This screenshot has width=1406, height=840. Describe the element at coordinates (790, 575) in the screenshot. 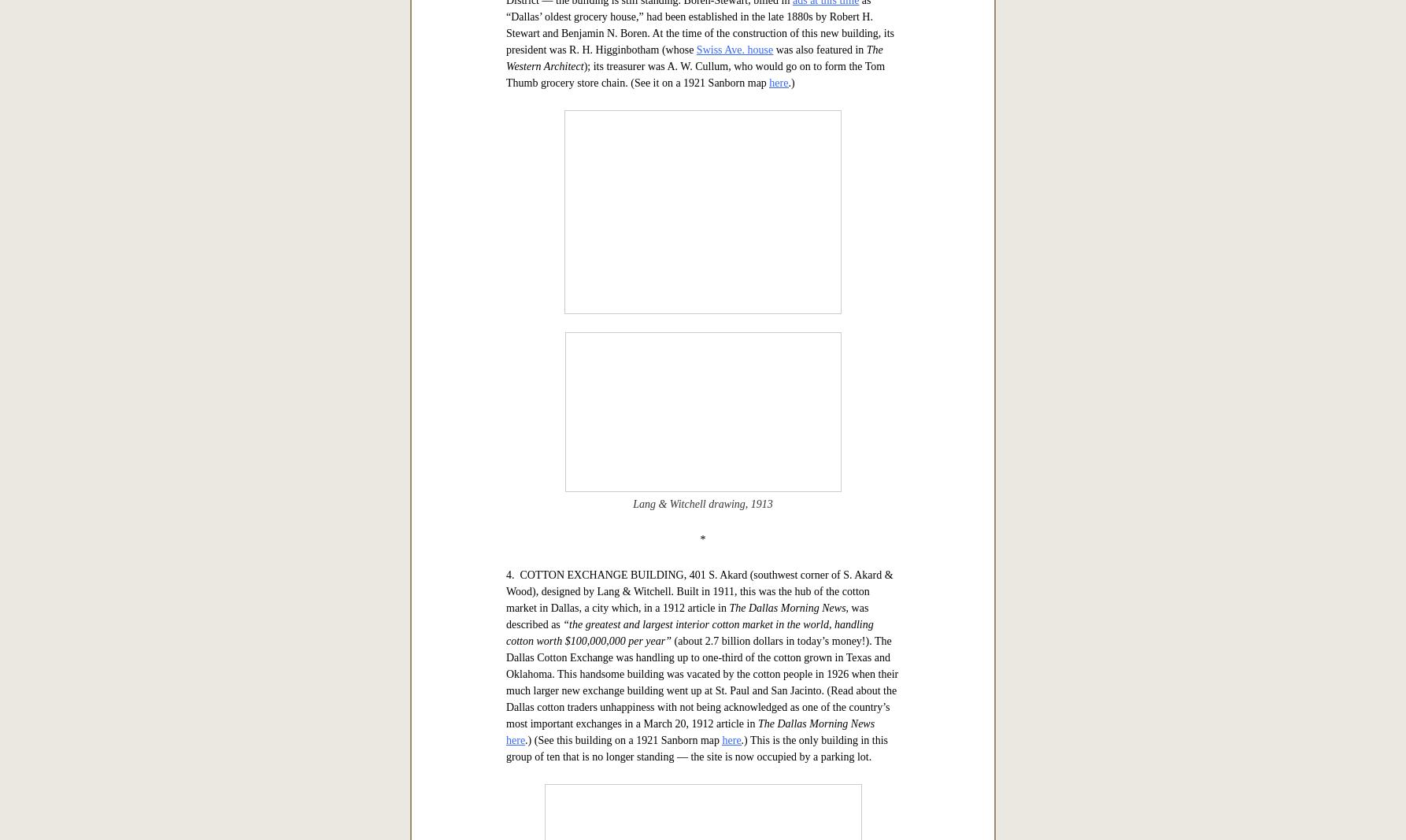

I see `'.)'` at that location.